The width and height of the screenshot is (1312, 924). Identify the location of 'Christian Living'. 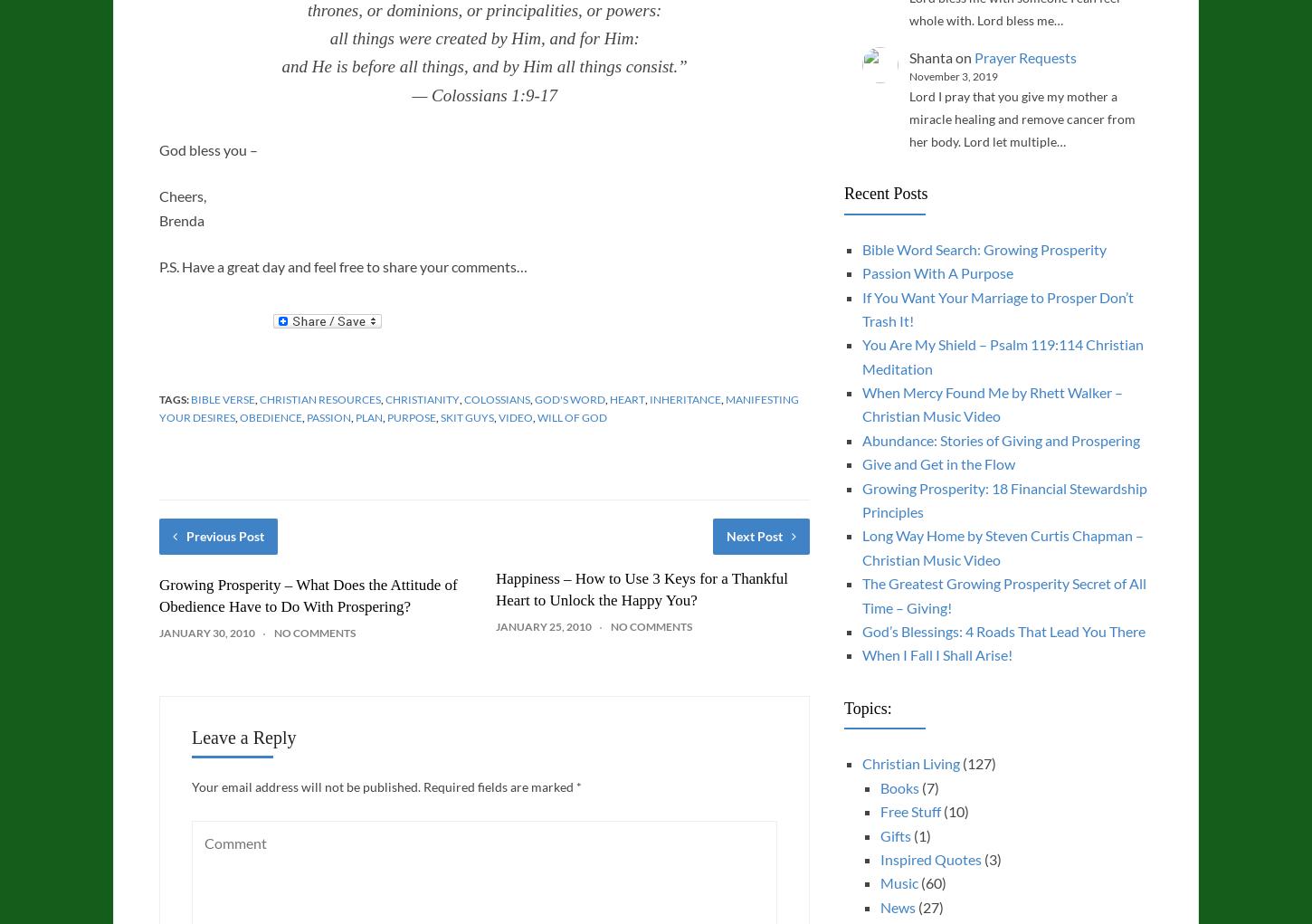
(860, 763).